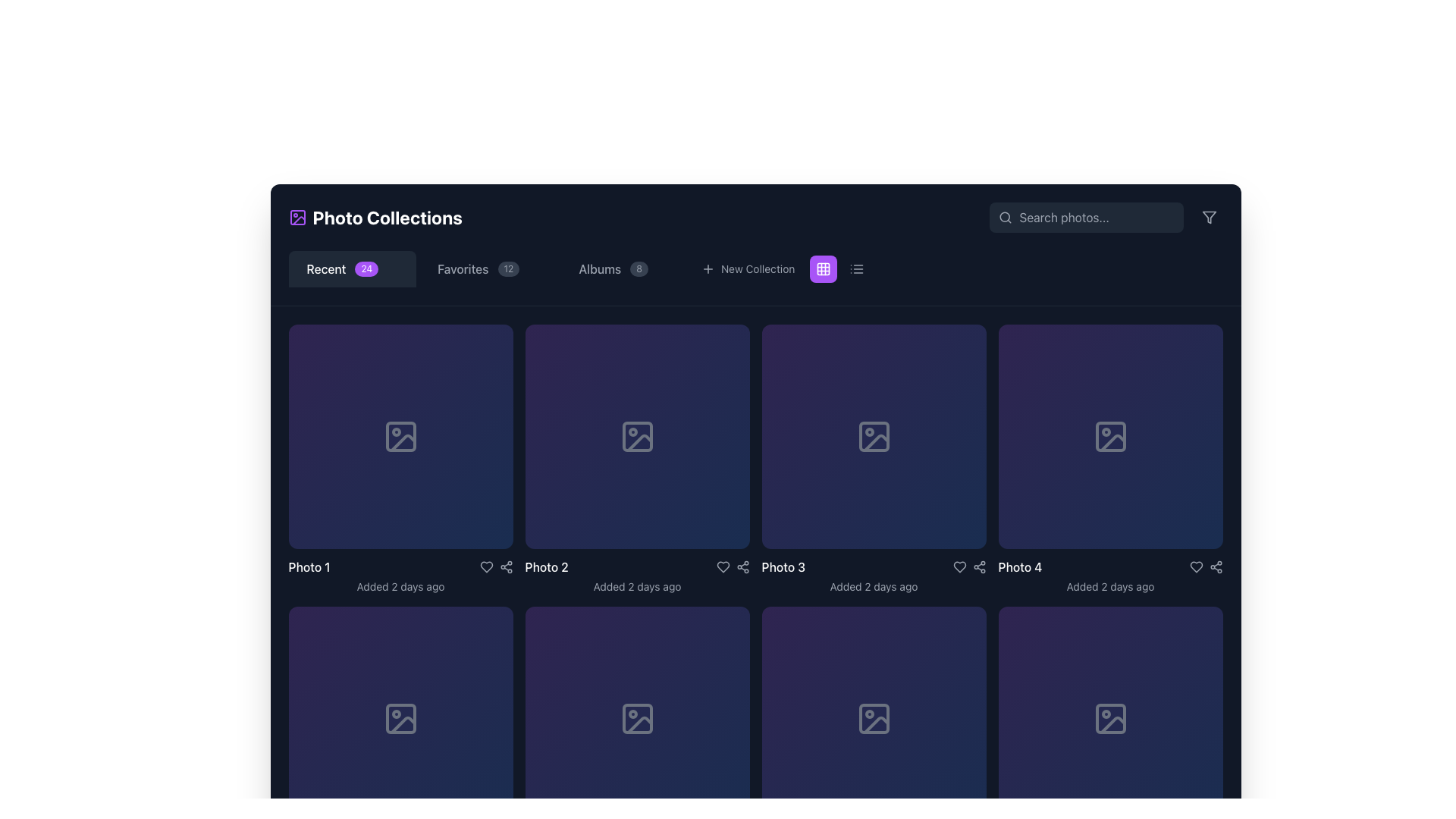  I want to click on the SVG rectangle that represents an empty or missing photo, located in the fourth row and fourth column of the grid layout, so click(874, 718).